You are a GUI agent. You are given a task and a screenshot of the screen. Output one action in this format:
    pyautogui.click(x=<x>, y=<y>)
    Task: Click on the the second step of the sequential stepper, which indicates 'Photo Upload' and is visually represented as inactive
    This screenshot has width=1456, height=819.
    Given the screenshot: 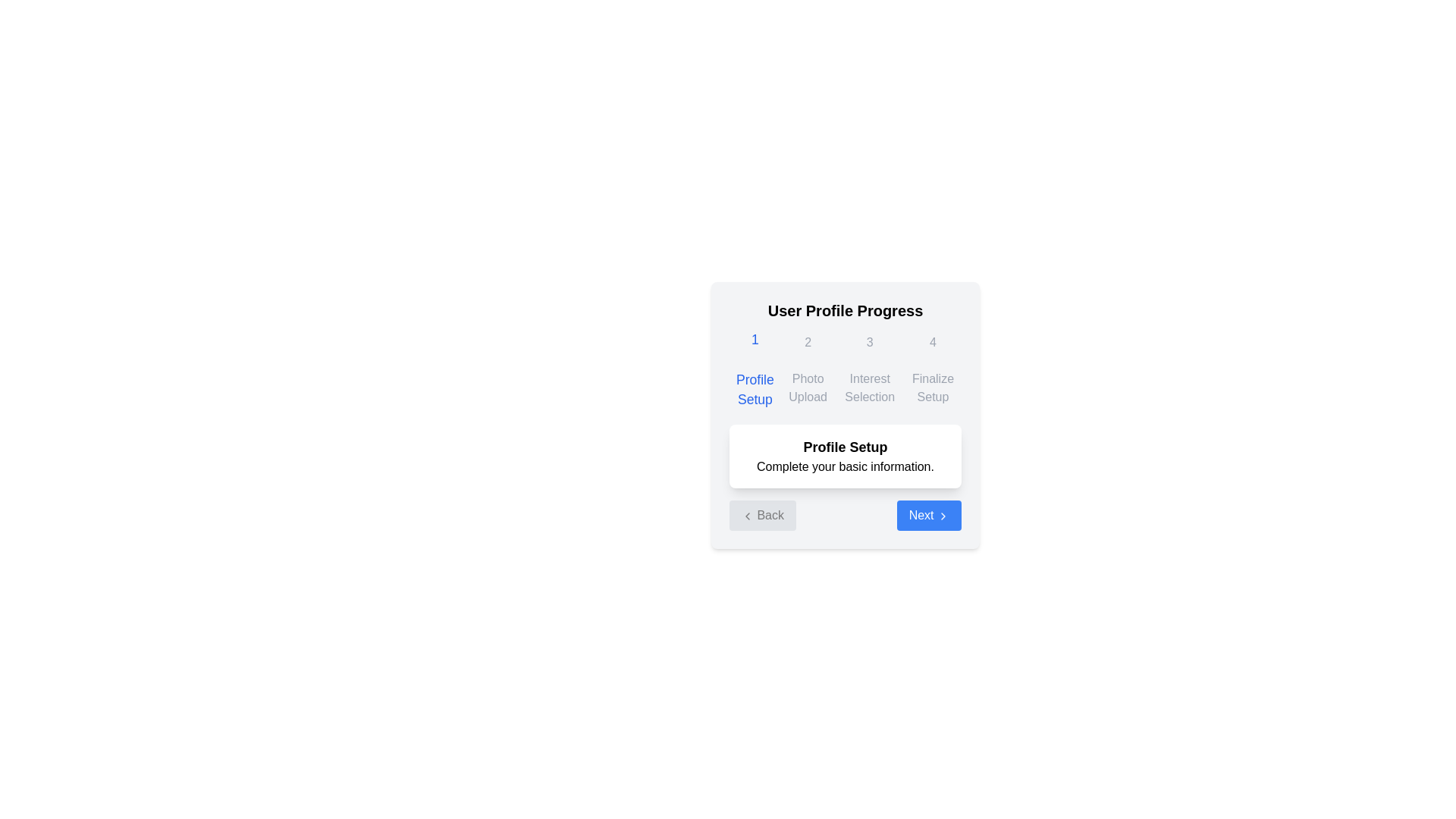 What is the action you would take?
    pyautogui.click(x=807, y=370)
    